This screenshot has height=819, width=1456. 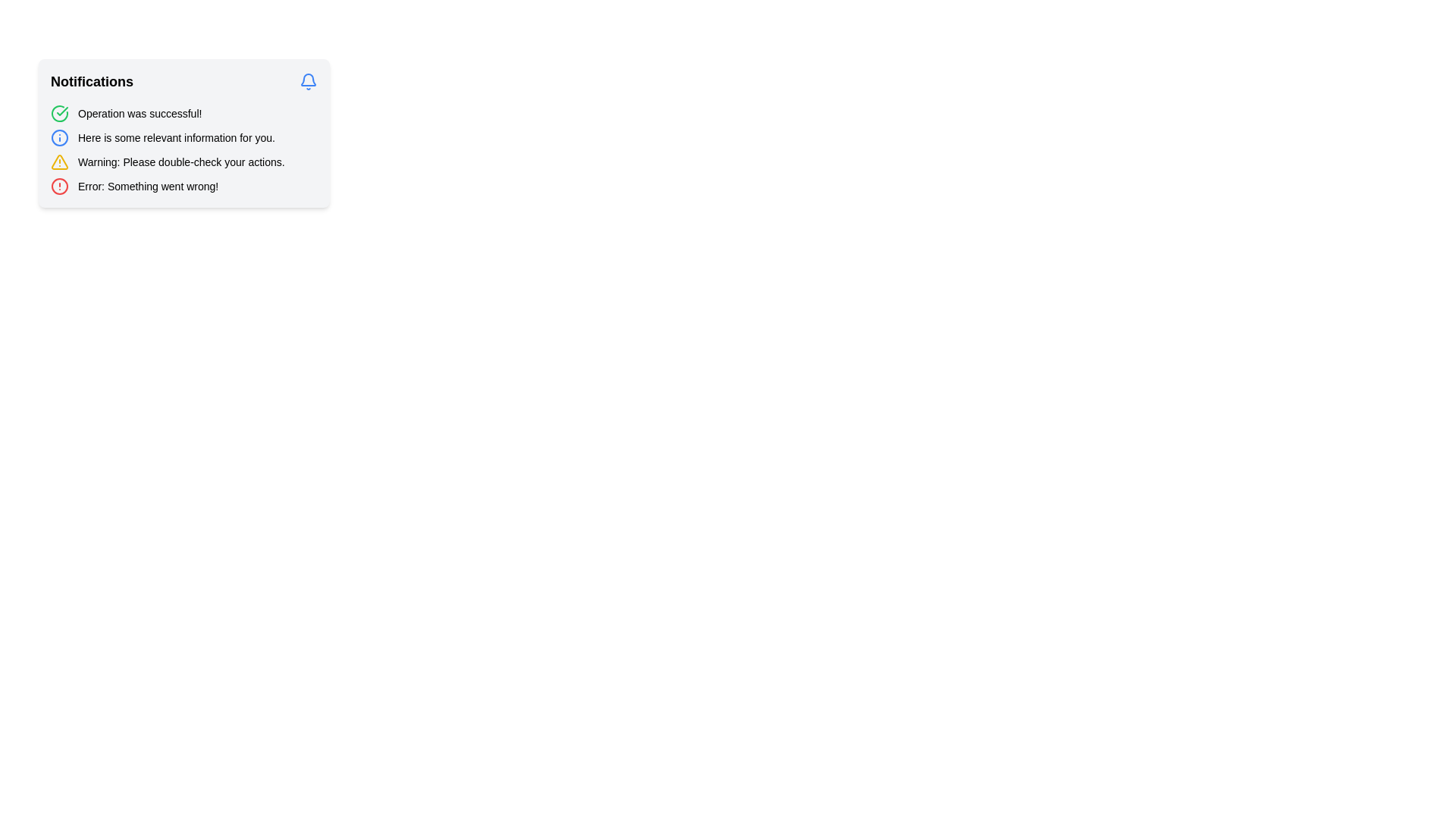 What do you see at coordinates (176, 137) in the screenshot?
I see `the text element that reads 'Here is some relevant information for you.' in the notification area, which is styled with a small font size and medium weight, located in the second row after 'Operation was successful!'` at bounding box center [176, 137].